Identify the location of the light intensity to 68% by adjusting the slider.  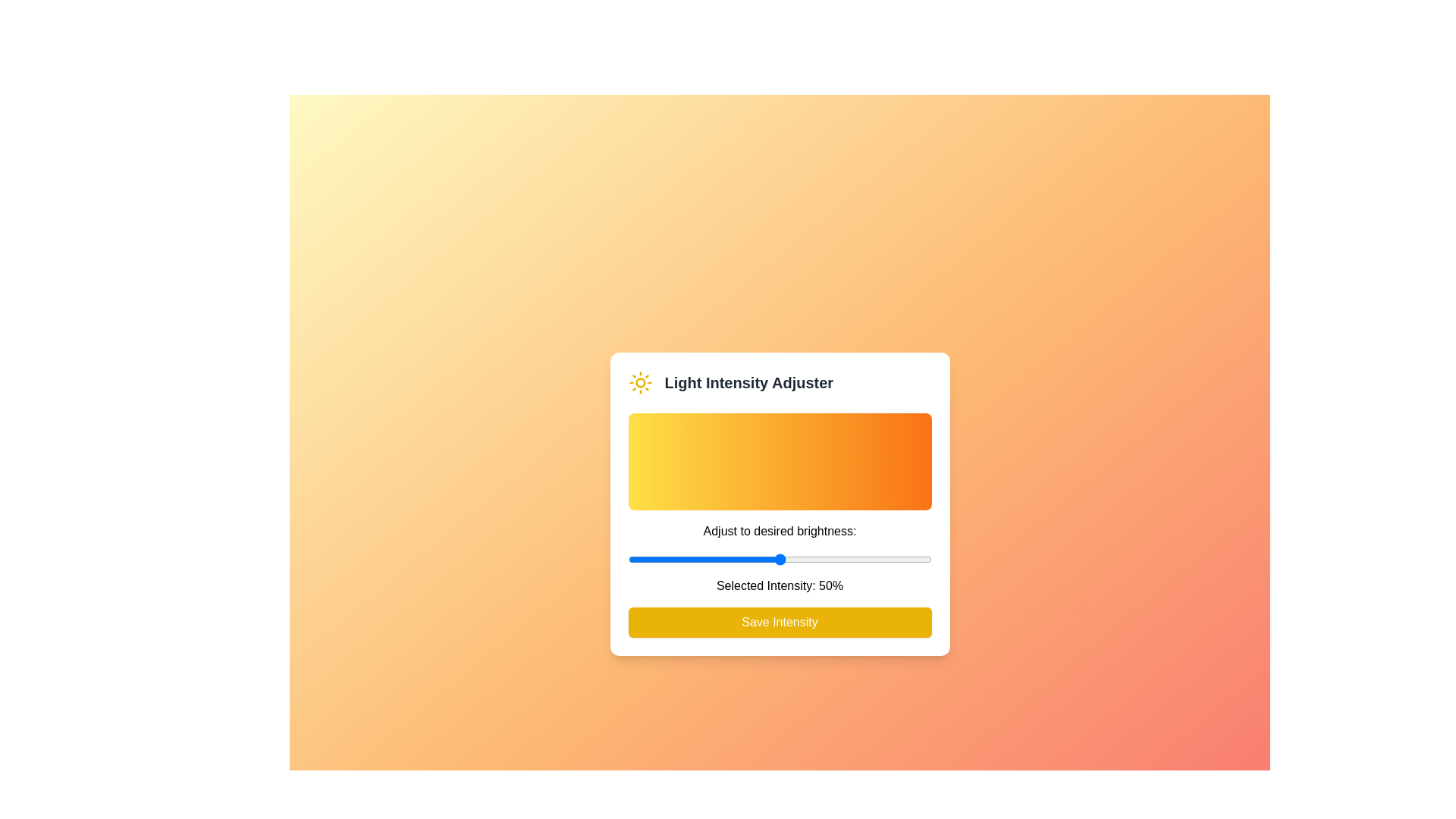
(833, 559).